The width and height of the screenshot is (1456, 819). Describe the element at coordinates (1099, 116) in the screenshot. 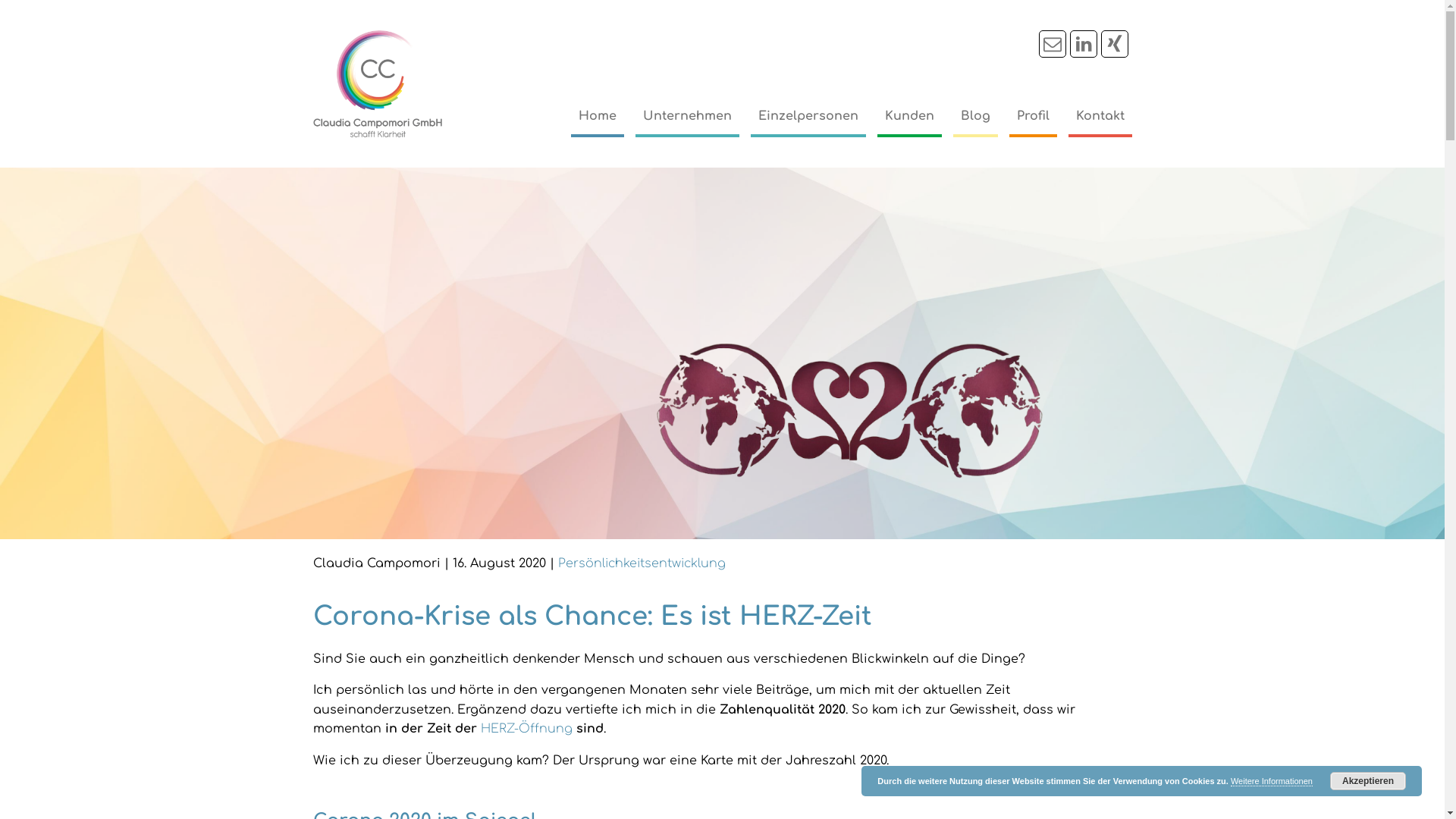

I see `'Kontakt'` at that location.